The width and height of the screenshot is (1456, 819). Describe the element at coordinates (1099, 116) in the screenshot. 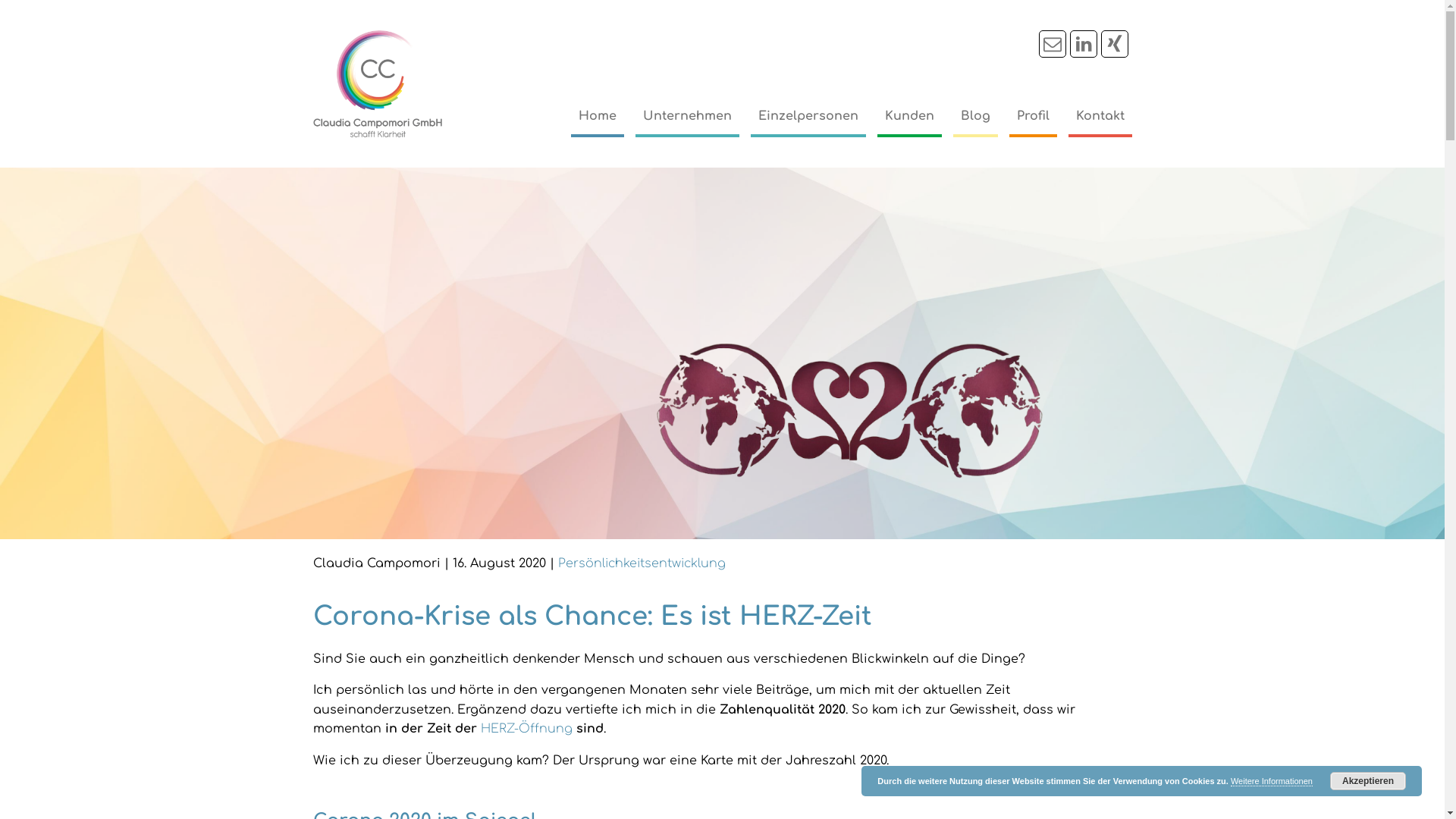

I see `'Kontakt'` at that location.